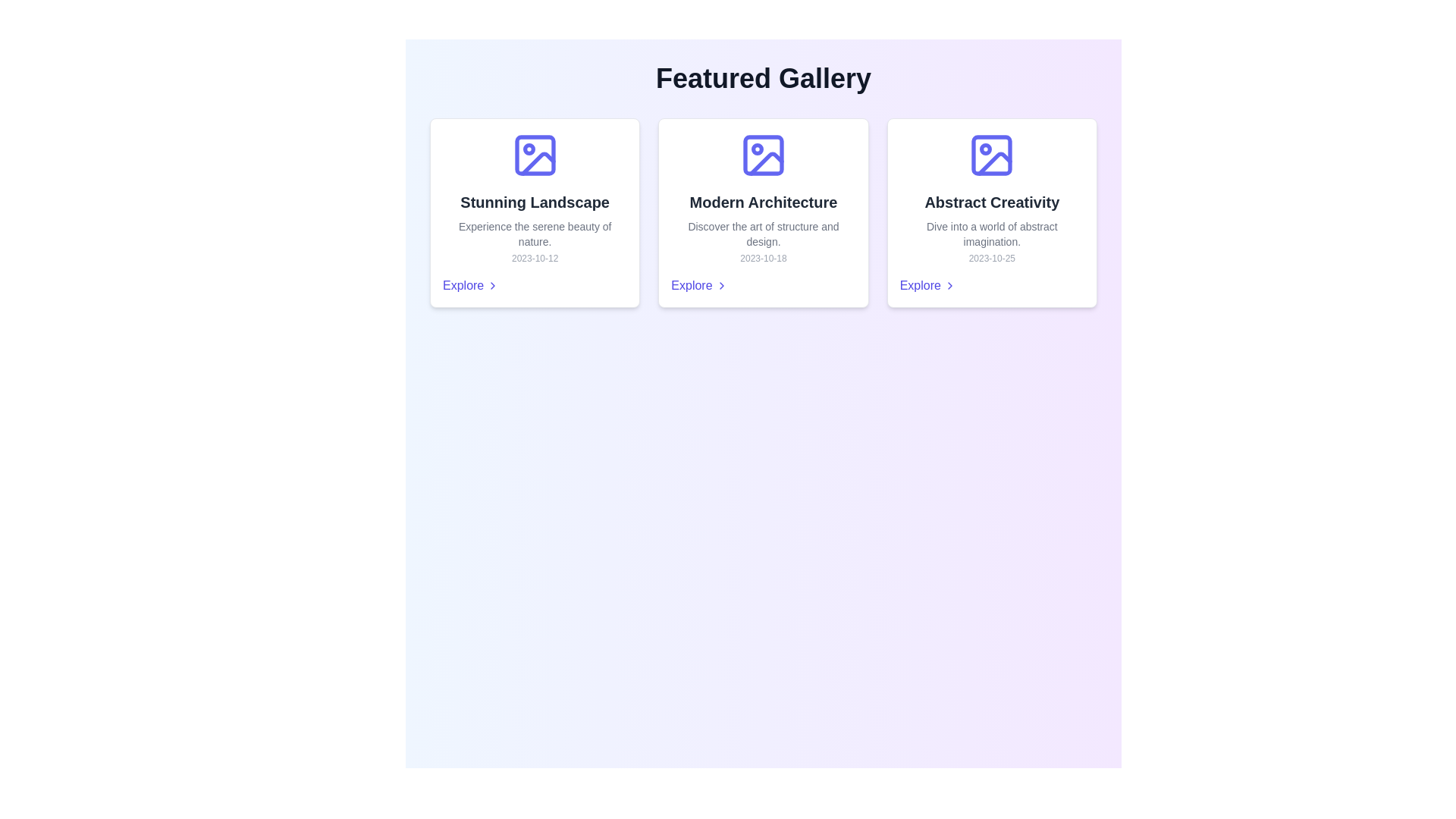 The image size is (1456, 819). Describe the element at coordinates (529, 149) in the screenshot. I see `position of the small solid circle located inside the image-like icon with a blue outline, above the text 'Stunning Landscape'` at that location.